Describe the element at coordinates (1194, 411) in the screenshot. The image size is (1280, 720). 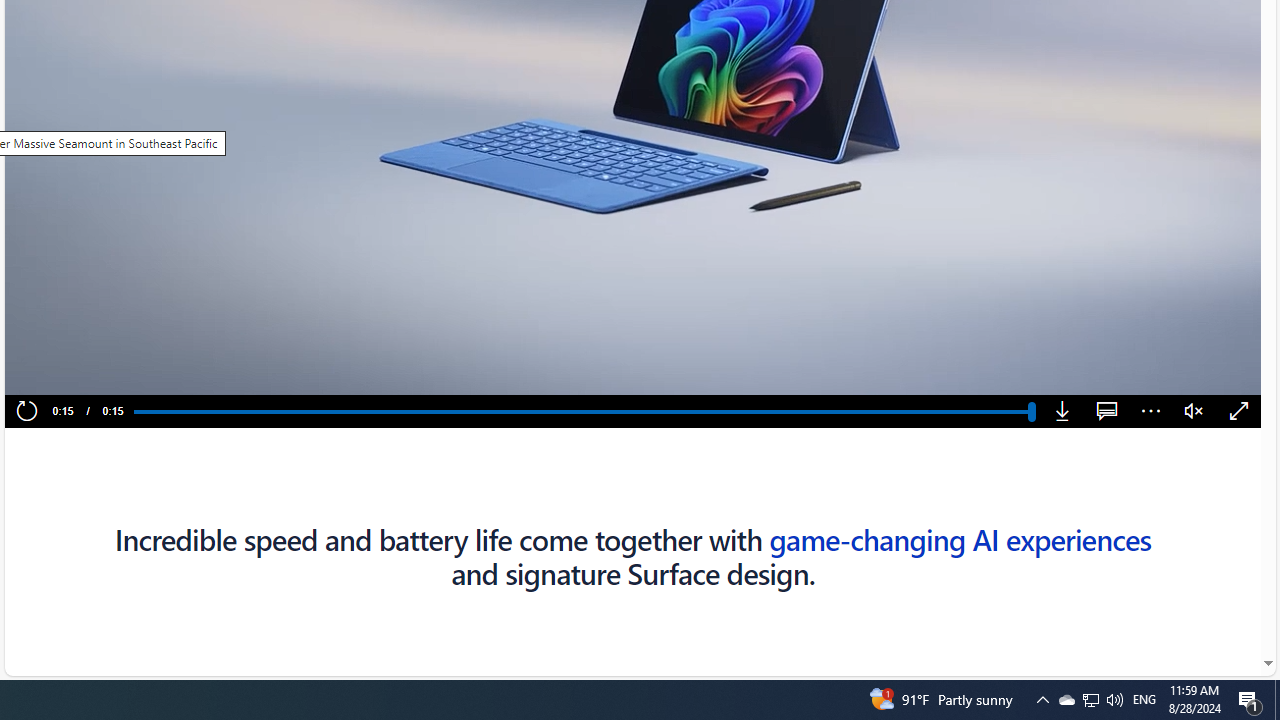
I see `'Unmute'` at that location.